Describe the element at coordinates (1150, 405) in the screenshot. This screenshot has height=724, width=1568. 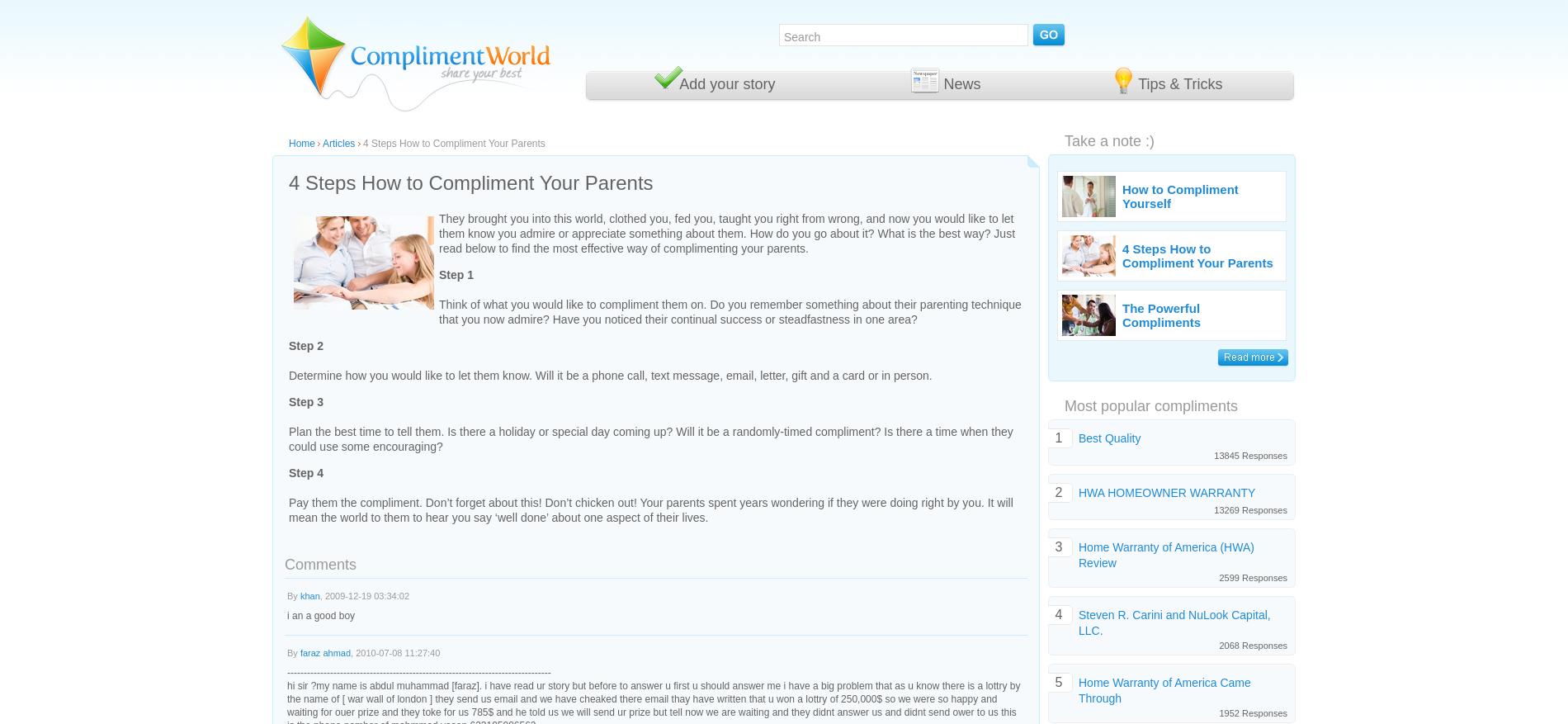
I see `'Most popular compliments'` at that location.